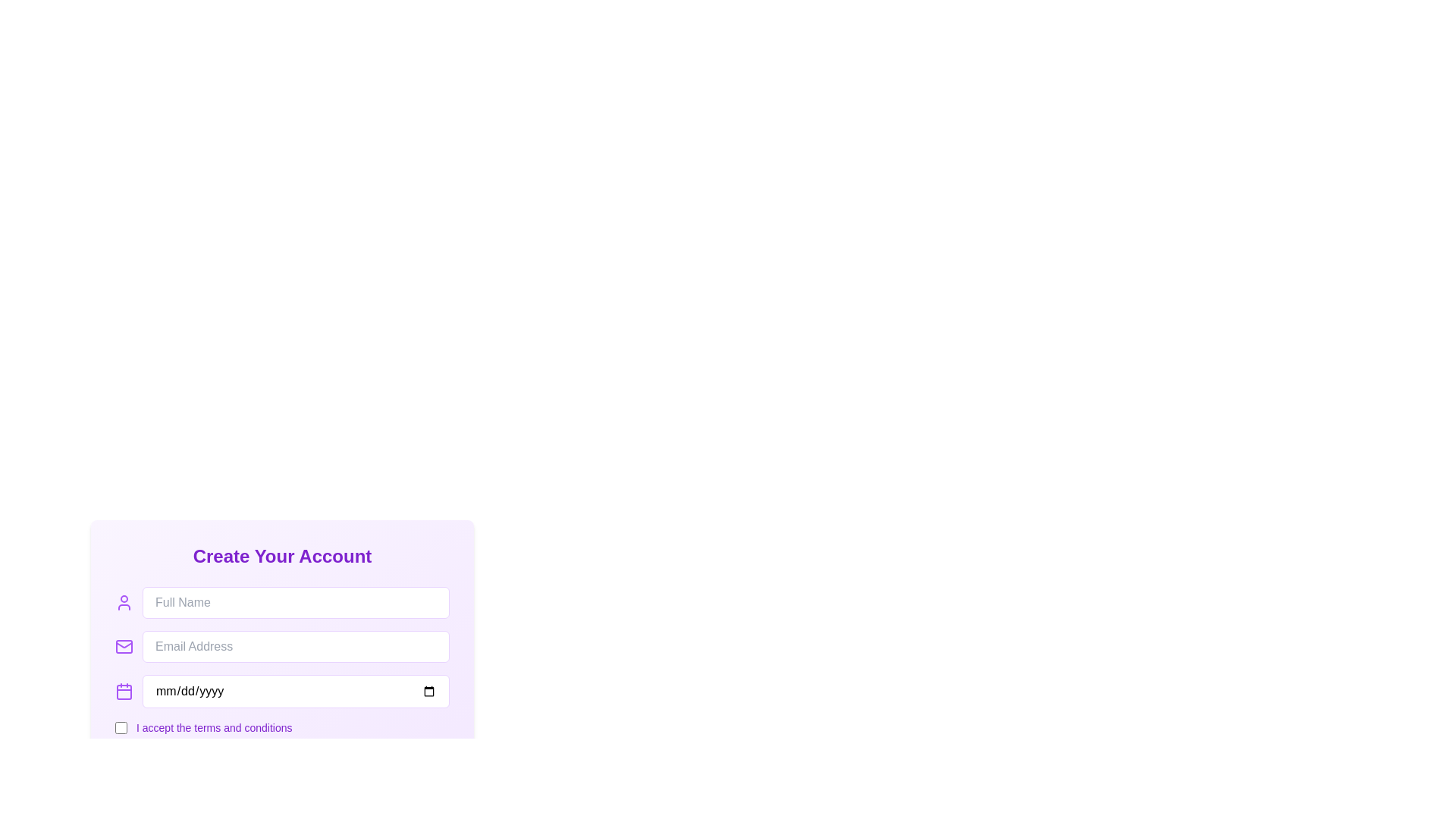  I want to click on the input fields of the account creation dialog box to type in user information such as name, email, and birth date, so click(282, 620).